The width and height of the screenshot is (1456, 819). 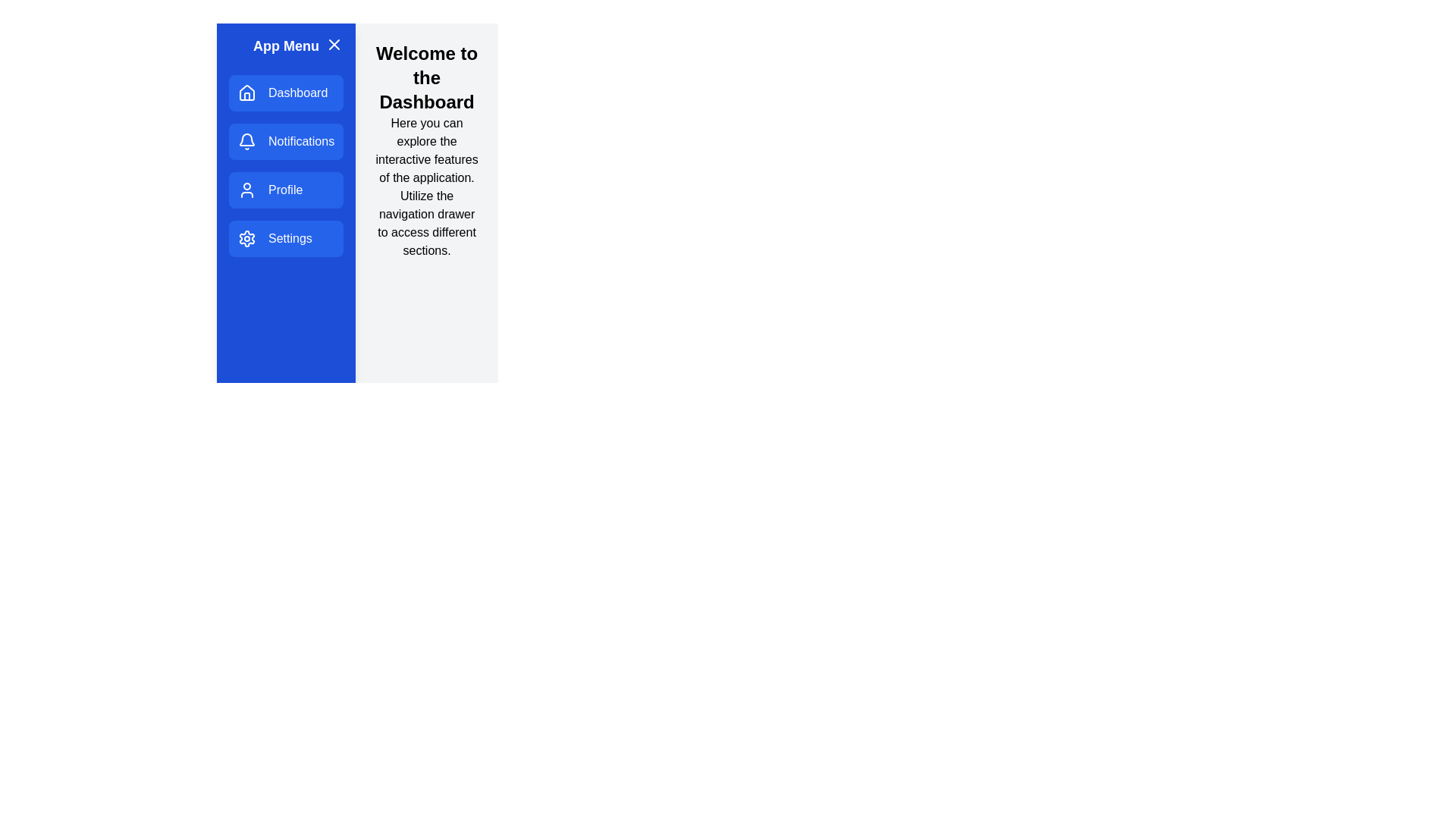 What do you see at coordinates (426, 186) in the screenshot?
I see `the text block element that provides explanatory or instructional messages about the interactive features of the application, located below the 'Welcome to the Dashboard' title` at bounding box center [426, 186].